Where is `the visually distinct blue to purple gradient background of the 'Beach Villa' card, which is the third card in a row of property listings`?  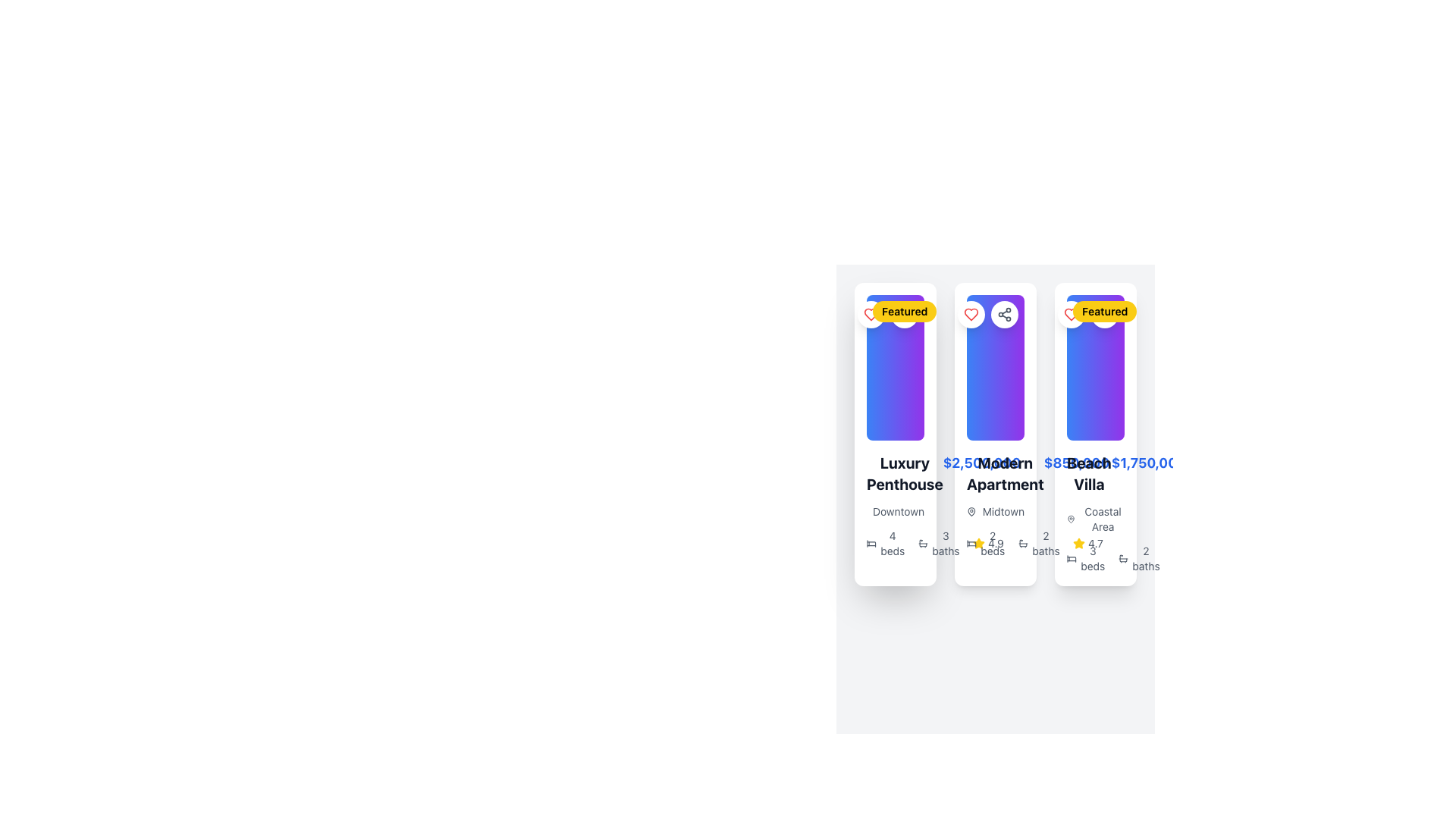
the visually distinct blue to purple gradient background of the 'Beach Villa' card, which is the third card in a row of property listings is located at coordinates (1095, 368).